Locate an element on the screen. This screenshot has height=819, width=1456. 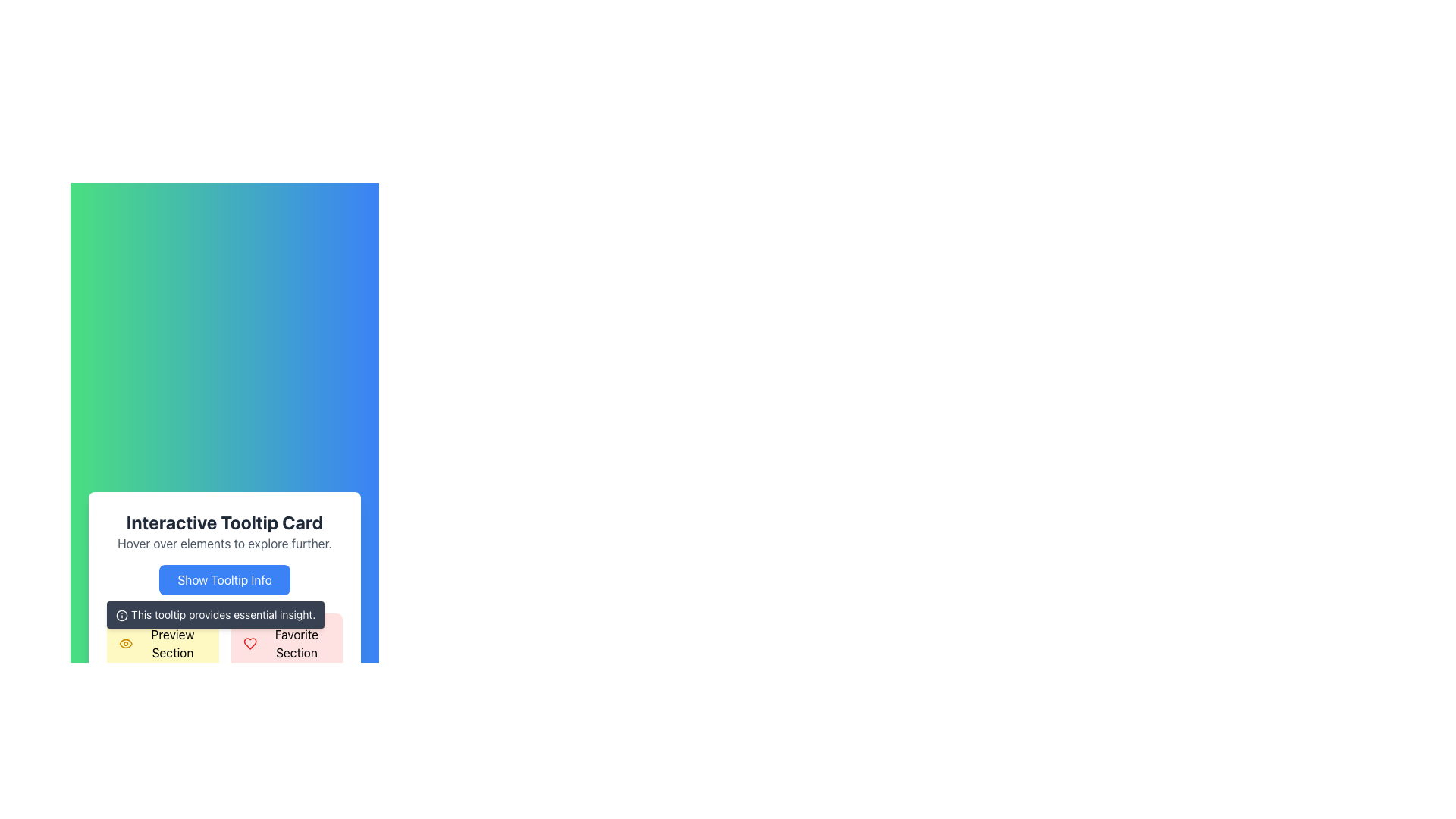
the Text Label that serves as a title or header, positioned above the smaller text 'Hover over elements is located at coordinates (224, 522).